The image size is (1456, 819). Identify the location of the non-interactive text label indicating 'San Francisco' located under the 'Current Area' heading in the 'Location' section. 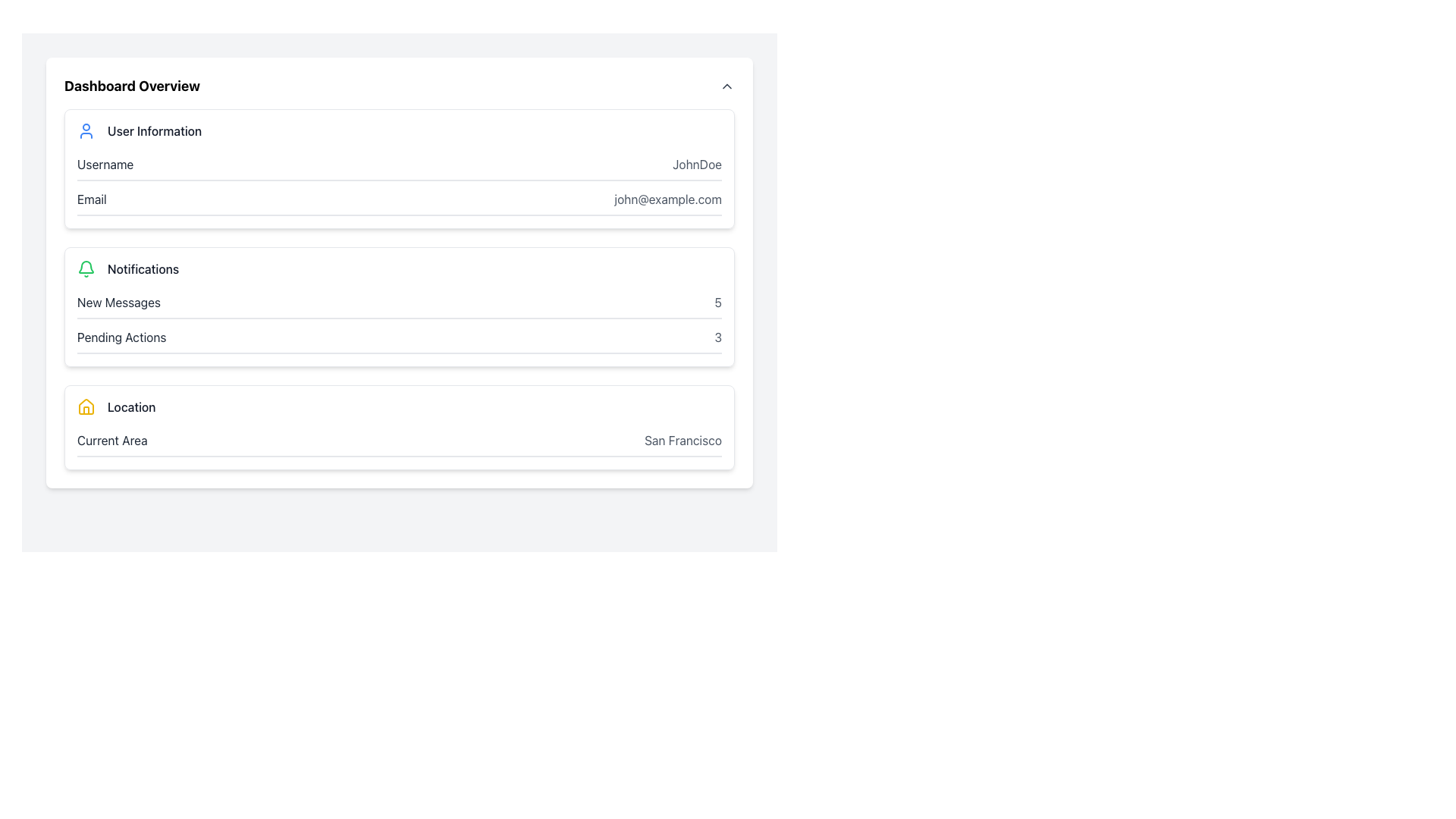
(682, 441).